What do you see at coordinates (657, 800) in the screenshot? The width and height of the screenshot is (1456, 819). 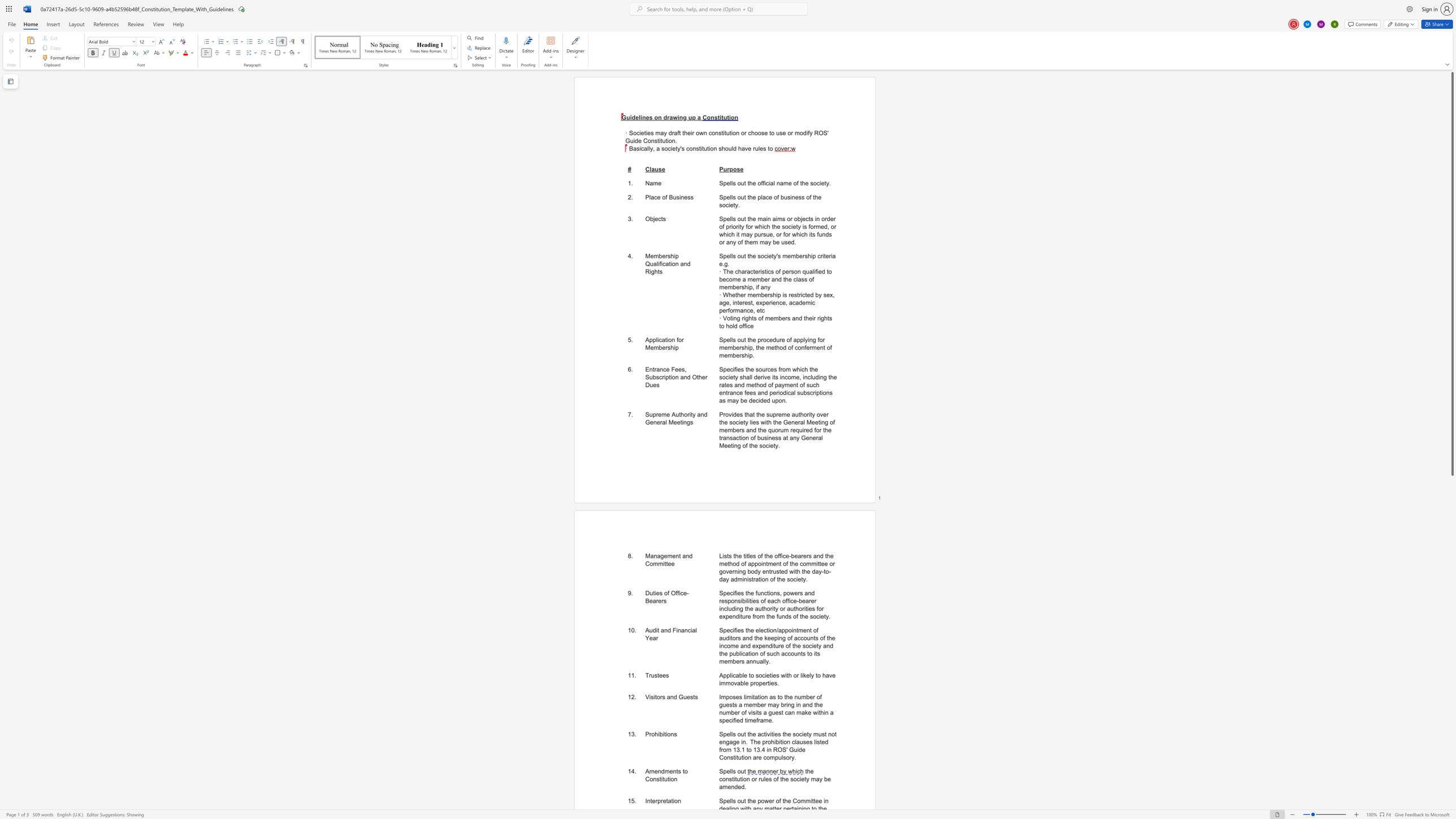 I see `the subset text "pretat" within the text "Interpretation"` at bounding box center [657, 800].